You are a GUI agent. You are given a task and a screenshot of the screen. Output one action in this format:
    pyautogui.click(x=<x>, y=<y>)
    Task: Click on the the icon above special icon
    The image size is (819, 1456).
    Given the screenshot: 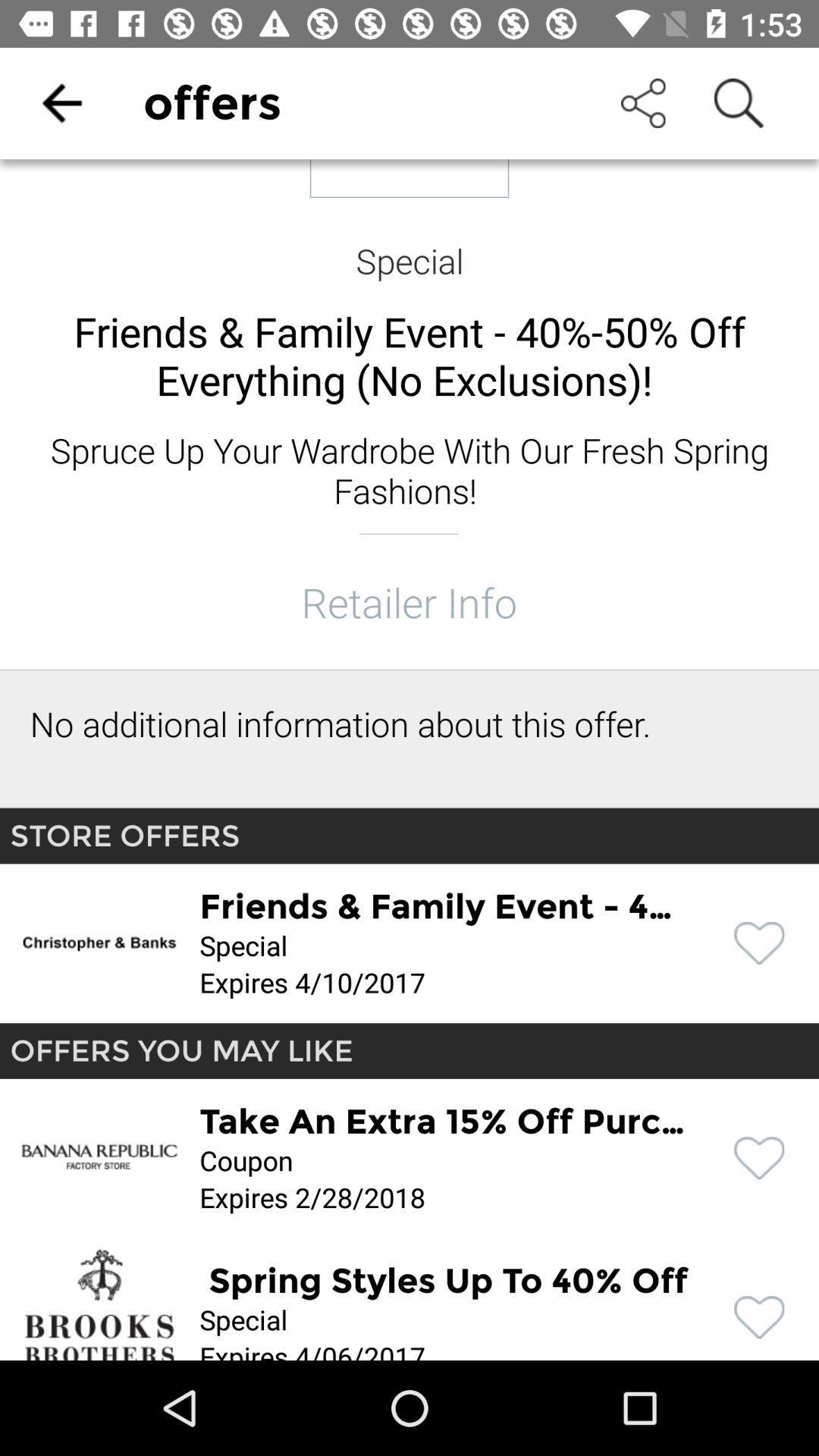 What is the action you would take?
    pyautogui.click(x=61, y=102)
    